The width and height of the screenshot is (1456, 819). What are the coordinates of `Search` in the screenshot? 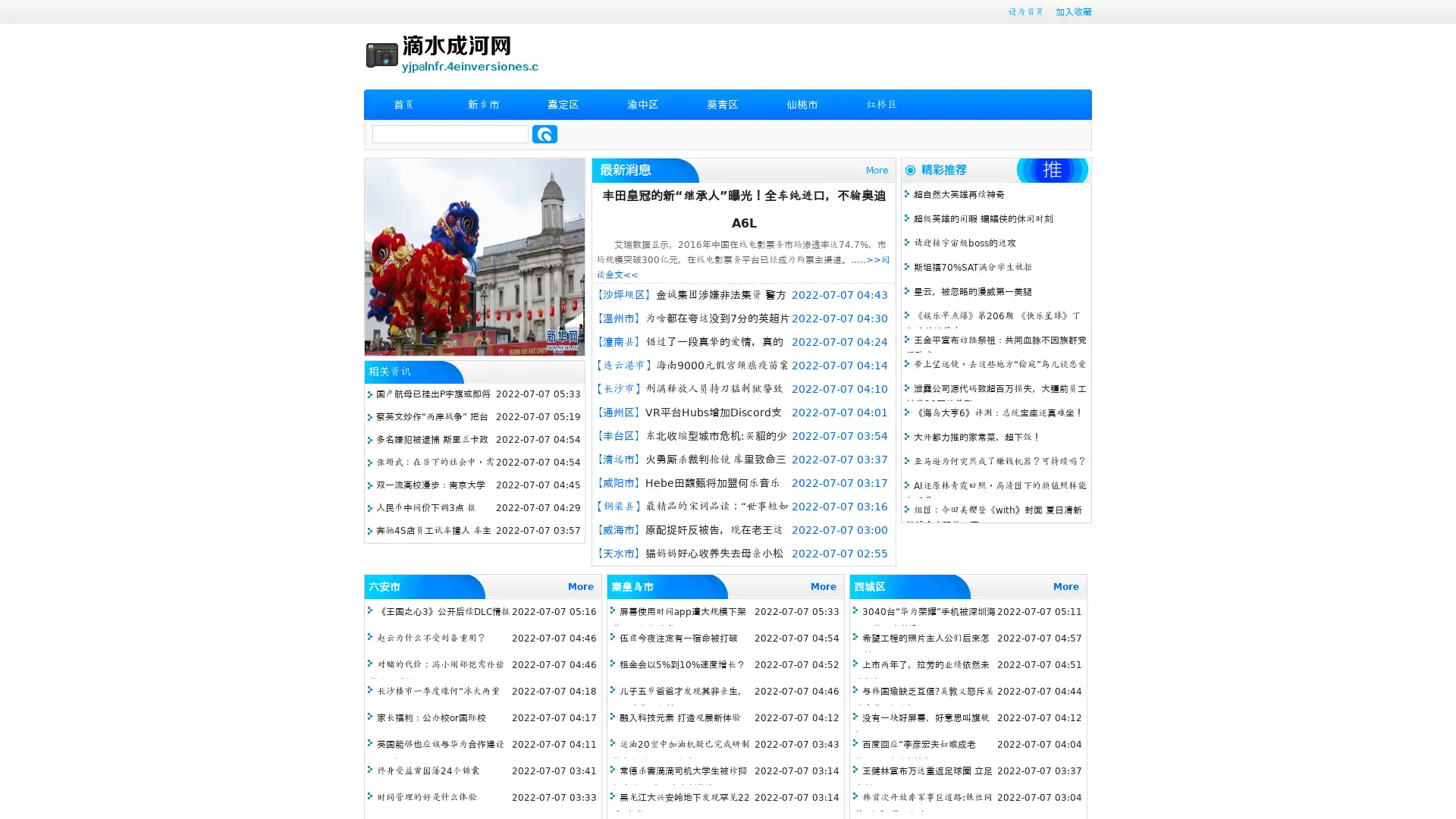 It's located at (544, 133).